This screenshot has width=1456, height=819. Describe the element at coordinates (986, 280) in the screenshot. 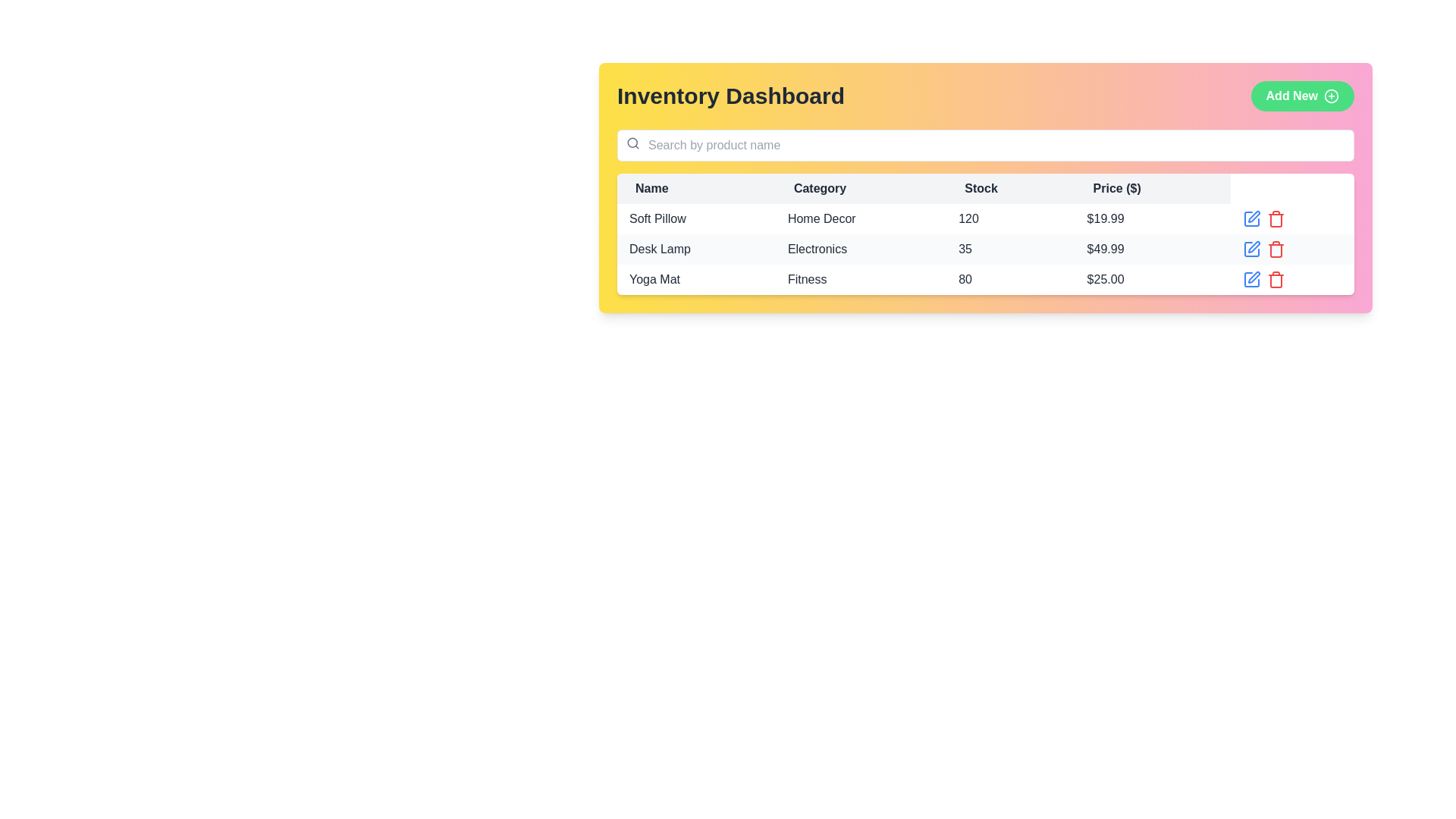

I see `the third row in the inventory table that displays 'Yoga Mat', 'Fitness', '80', and '$25.00' using adjacent controls` at that location.